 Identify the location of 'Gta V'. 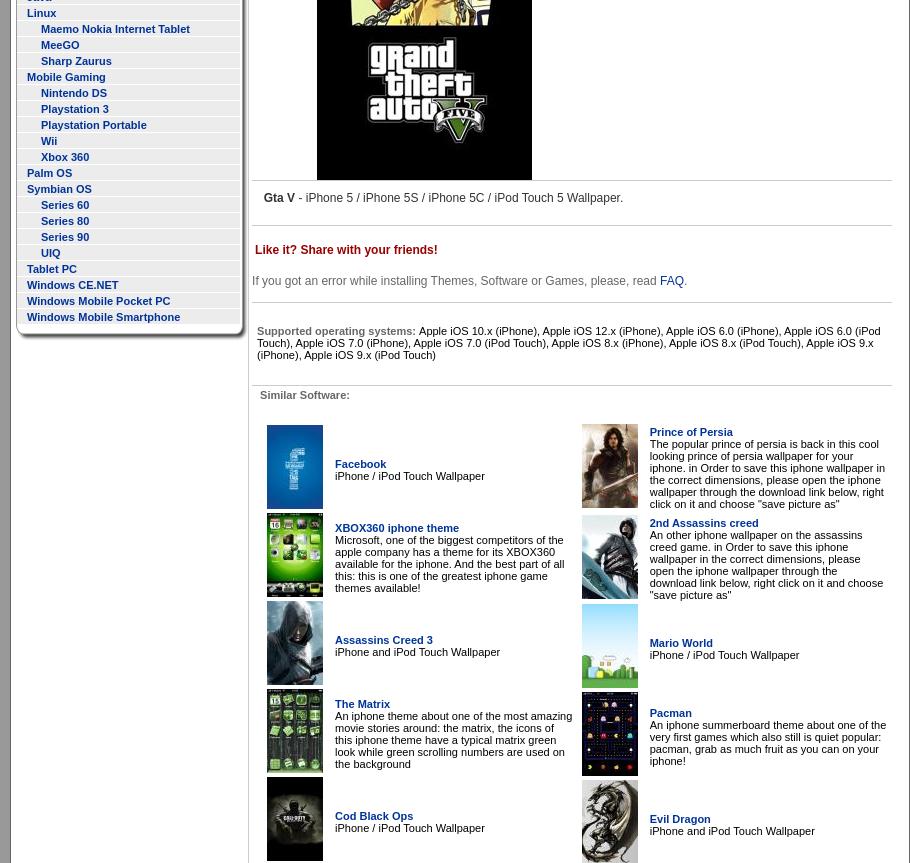
(278, 197).